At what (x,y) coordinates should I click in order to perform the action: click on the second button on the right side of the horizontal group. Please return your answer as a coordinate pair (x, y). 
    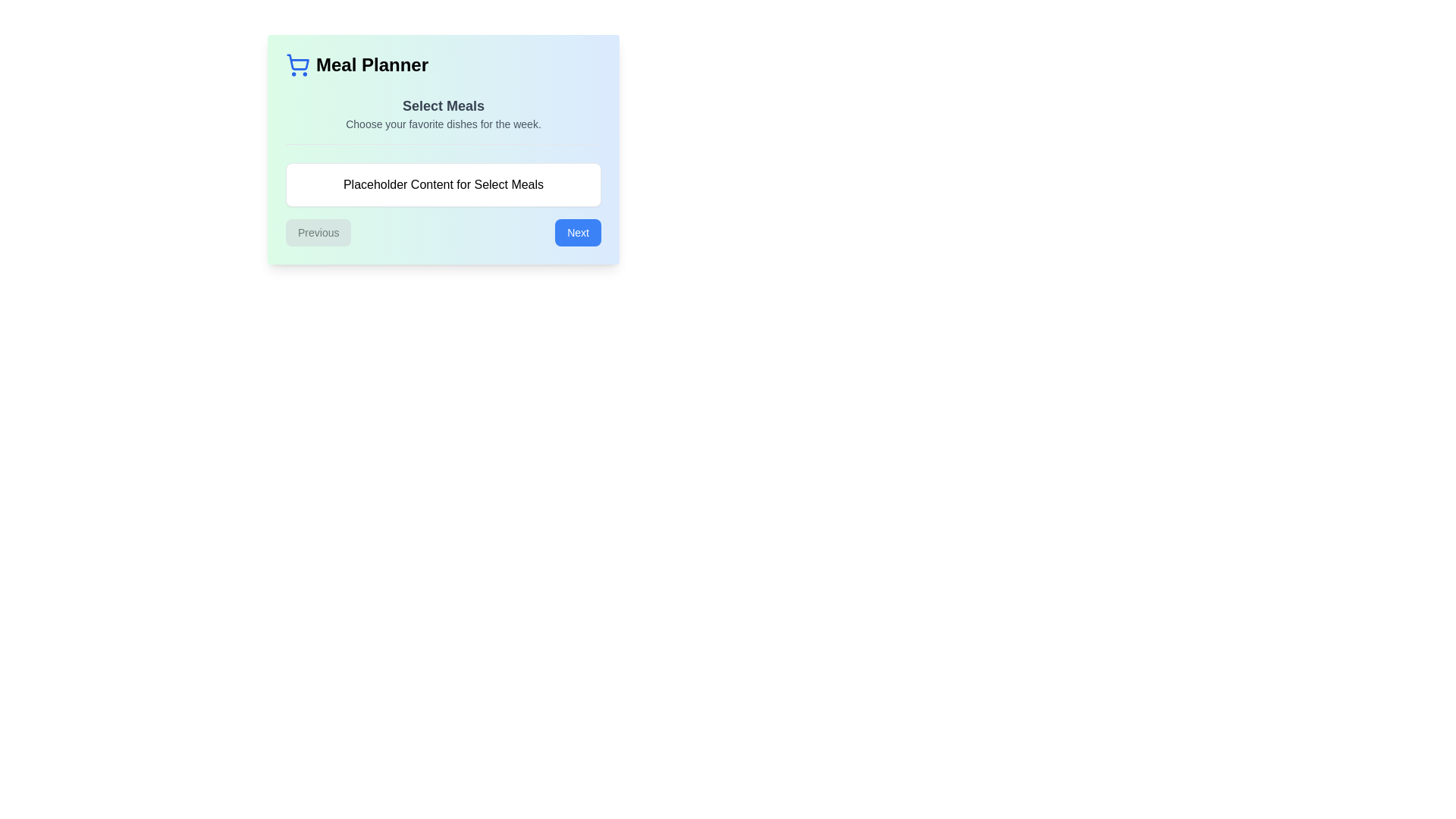
    Looking at the image, I should click on (577, 233).